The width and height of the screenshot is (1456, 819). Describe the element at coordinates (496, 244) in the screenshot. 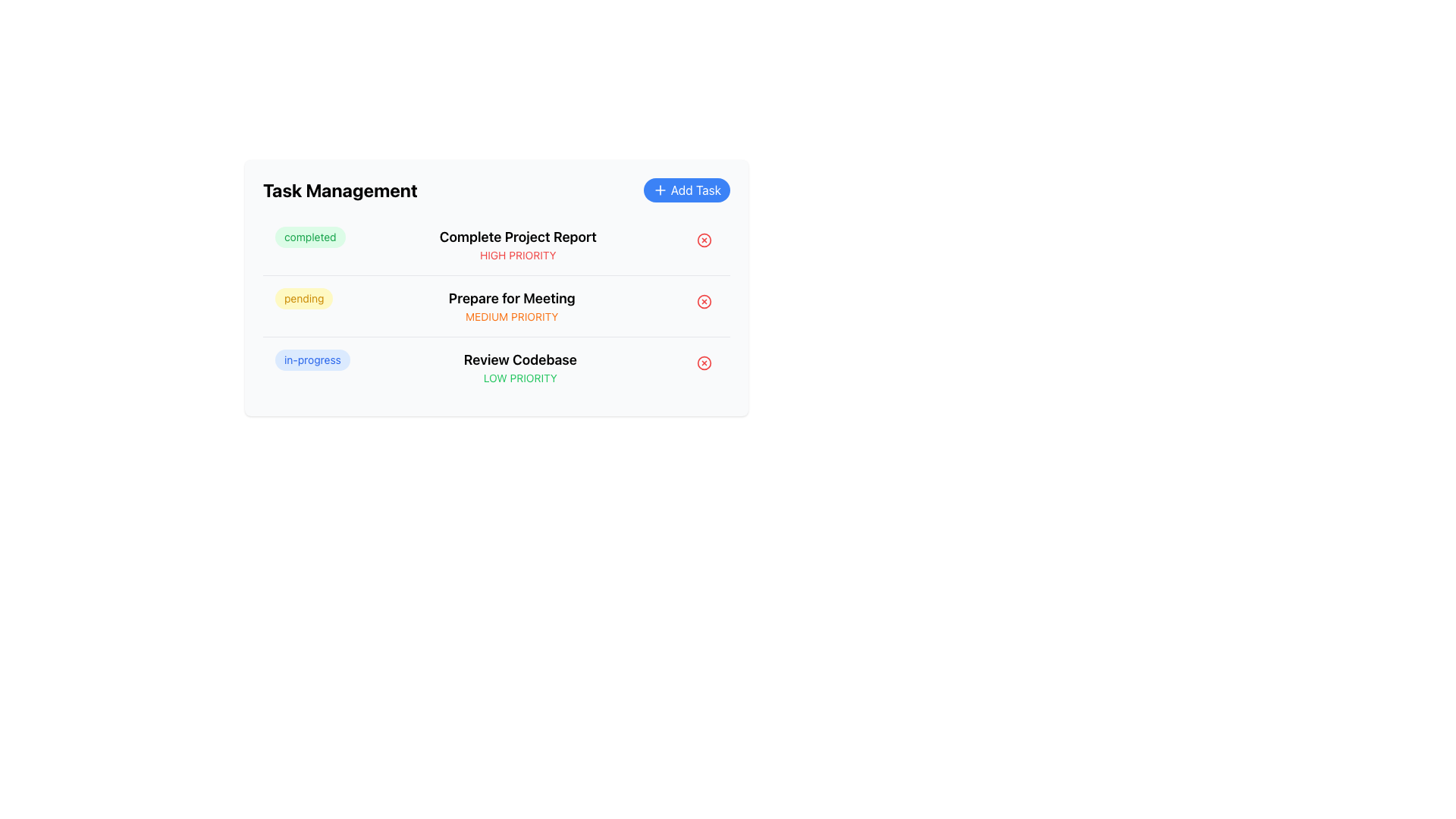

I see `the first task entry in the 'Task Management' list` at that location.